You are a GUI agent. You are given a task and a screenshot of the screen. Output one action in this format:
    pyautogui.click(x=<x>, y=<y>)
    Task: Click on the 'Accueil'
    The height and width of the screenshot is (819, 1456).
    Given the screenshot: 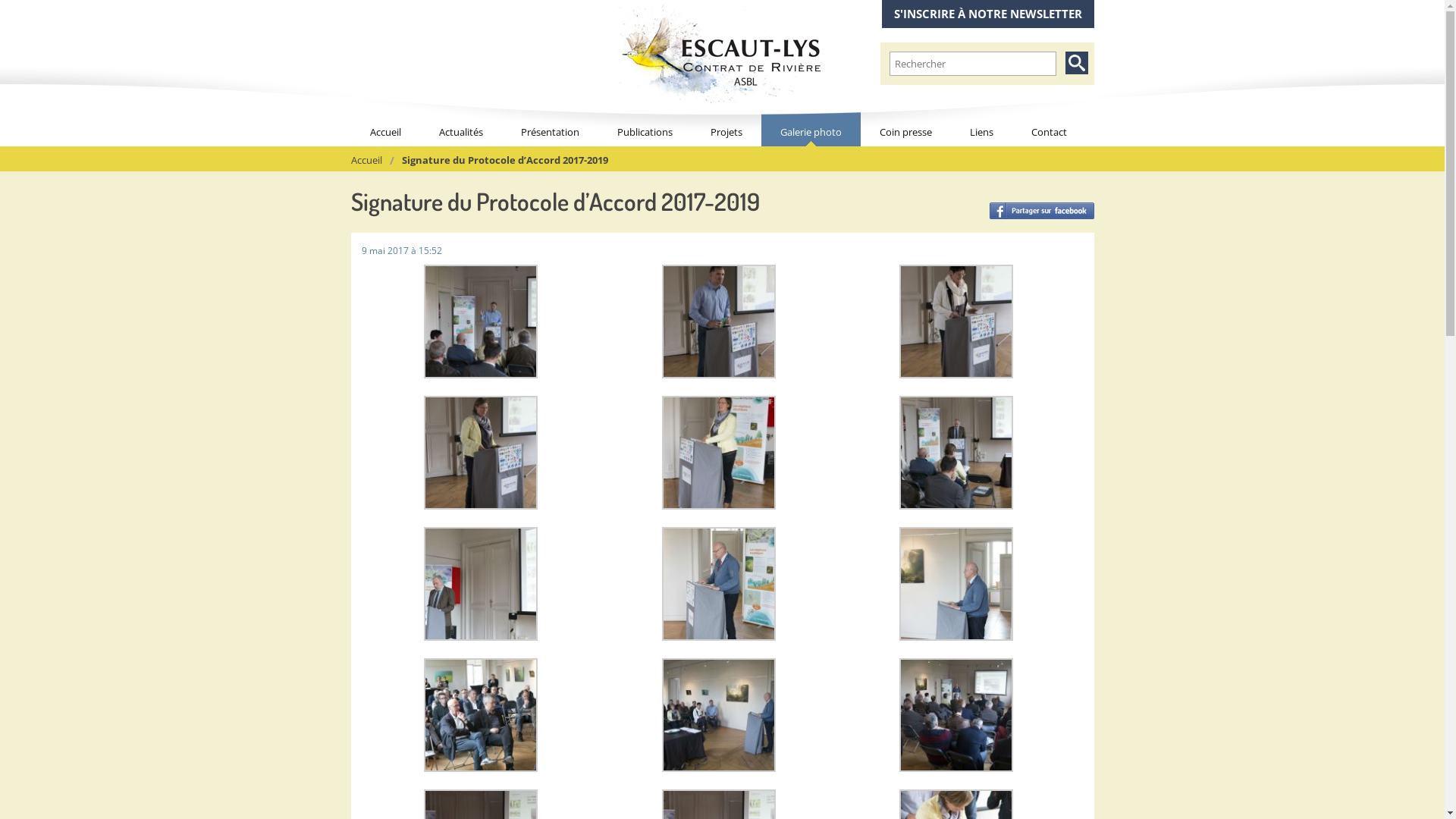 What is the action you would take?
    pyautogui.click(x=366, y=160)
    